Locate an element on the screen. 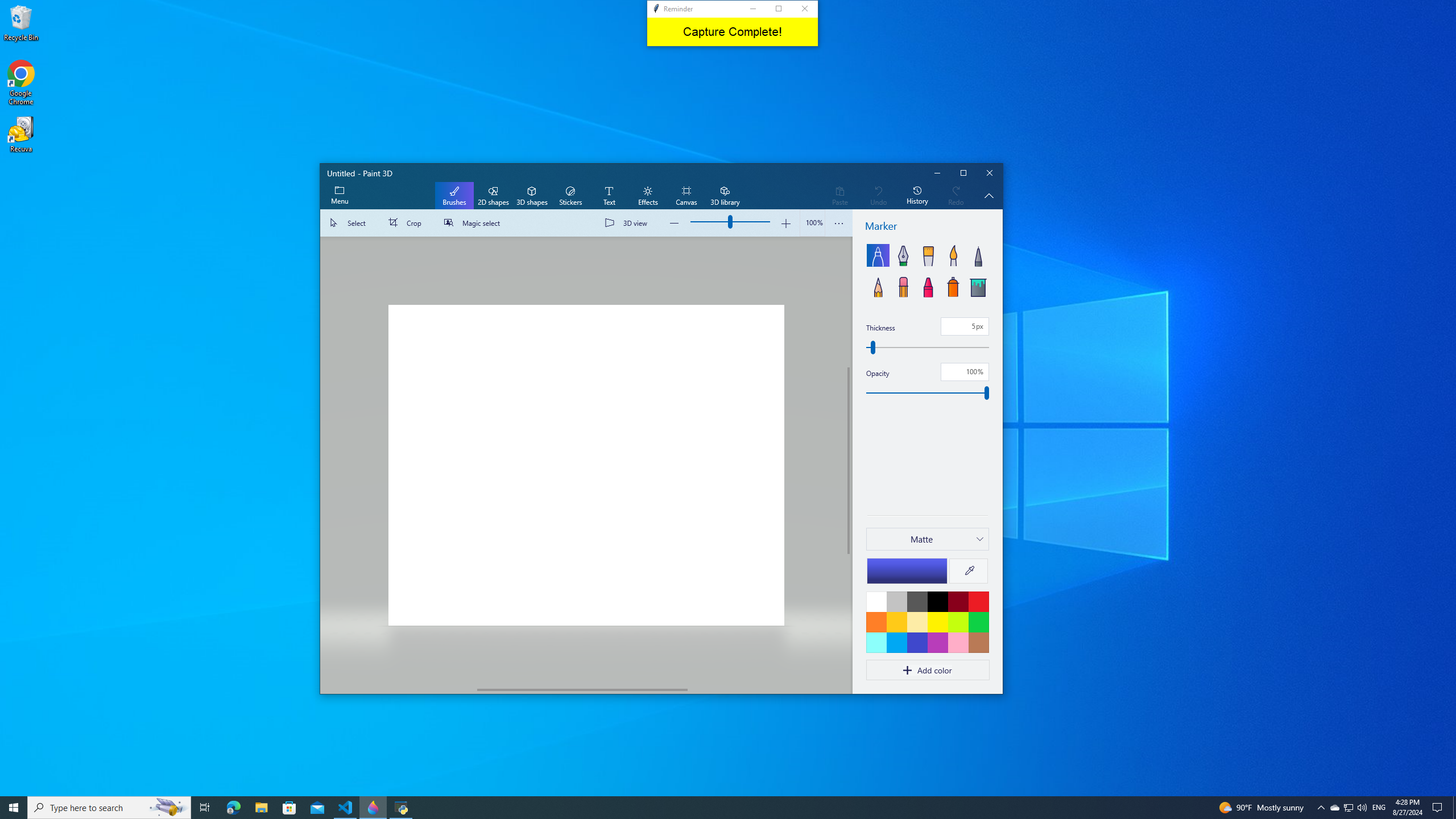  '2D shapes' is located at coordinates (492, 196).